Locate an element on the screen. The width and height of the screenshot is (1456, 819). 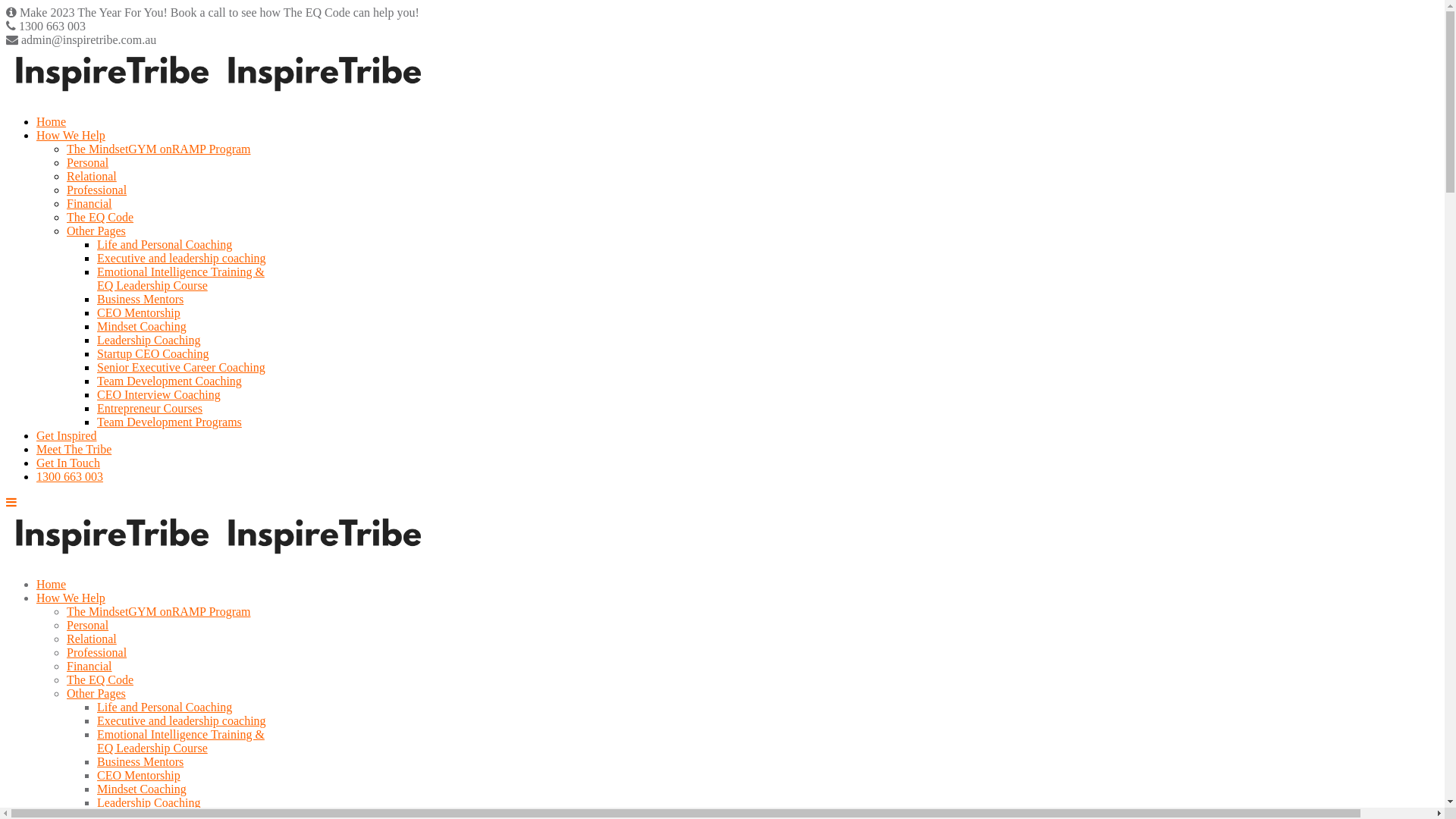
'Mindset Coaching' is located at coordinates (96, 788).